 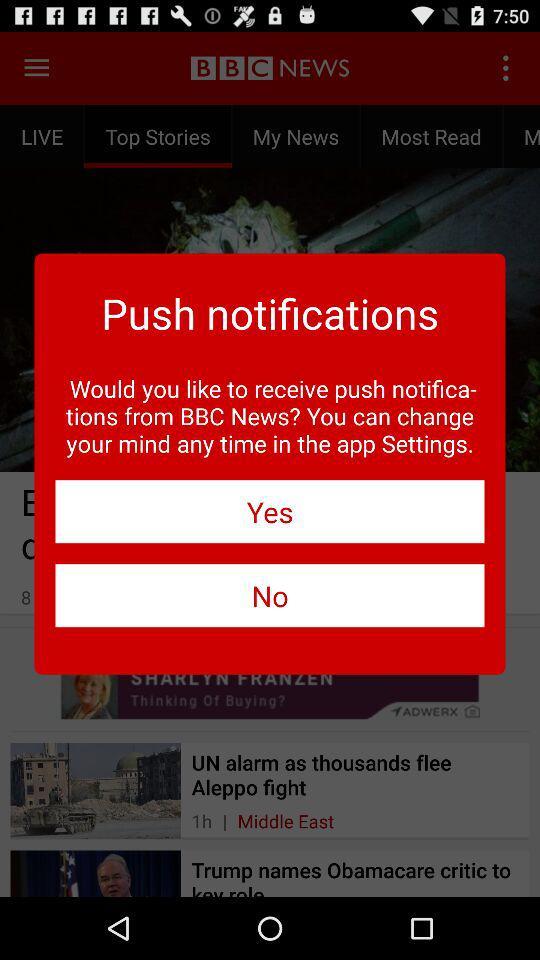 I want to click on the no, so click(x=270, y=595).